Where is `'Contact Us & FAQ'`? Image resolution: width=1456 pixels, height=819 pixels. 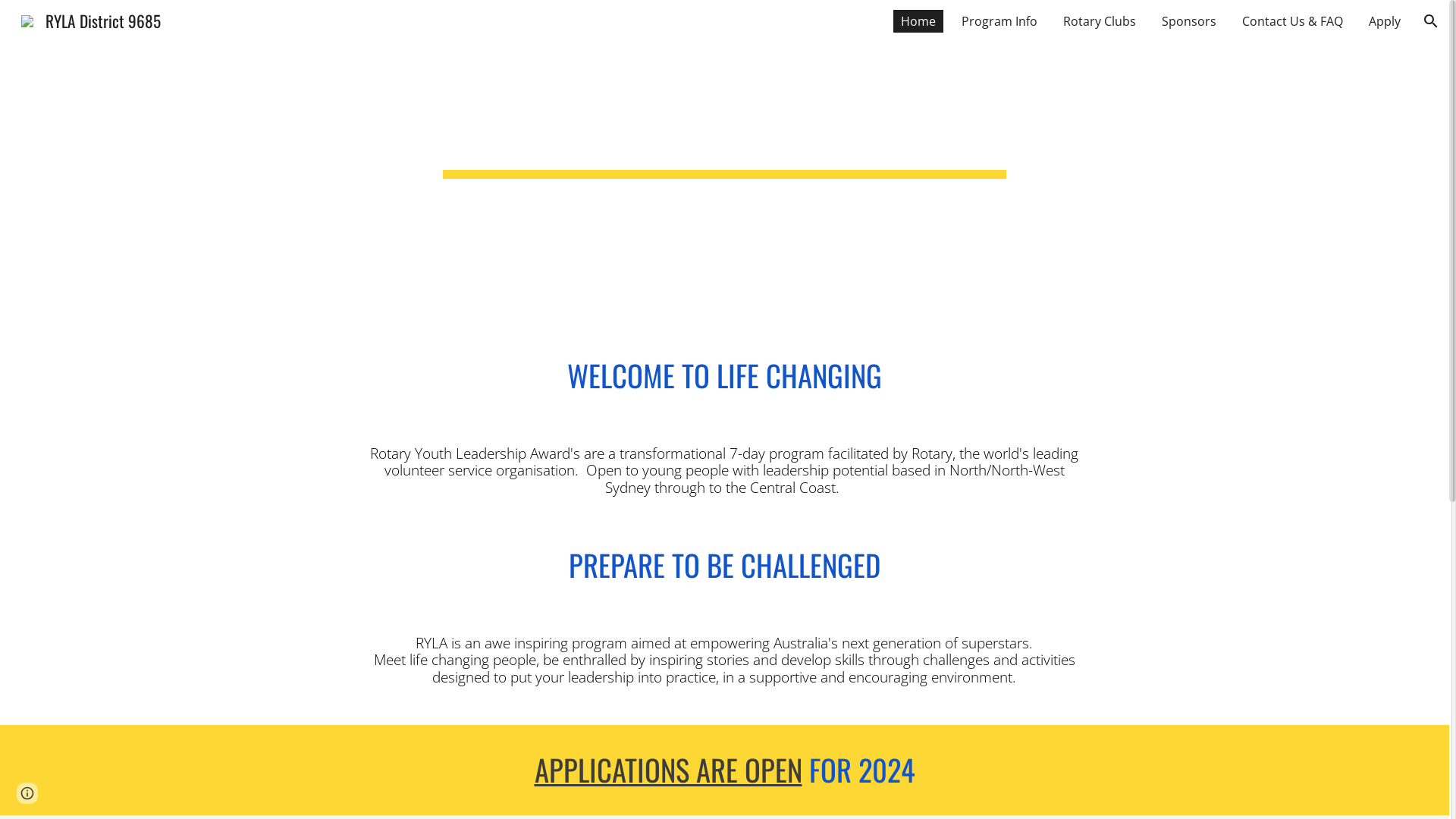
'Contact Us & FAQ' is located at coordinates (1291, 20).